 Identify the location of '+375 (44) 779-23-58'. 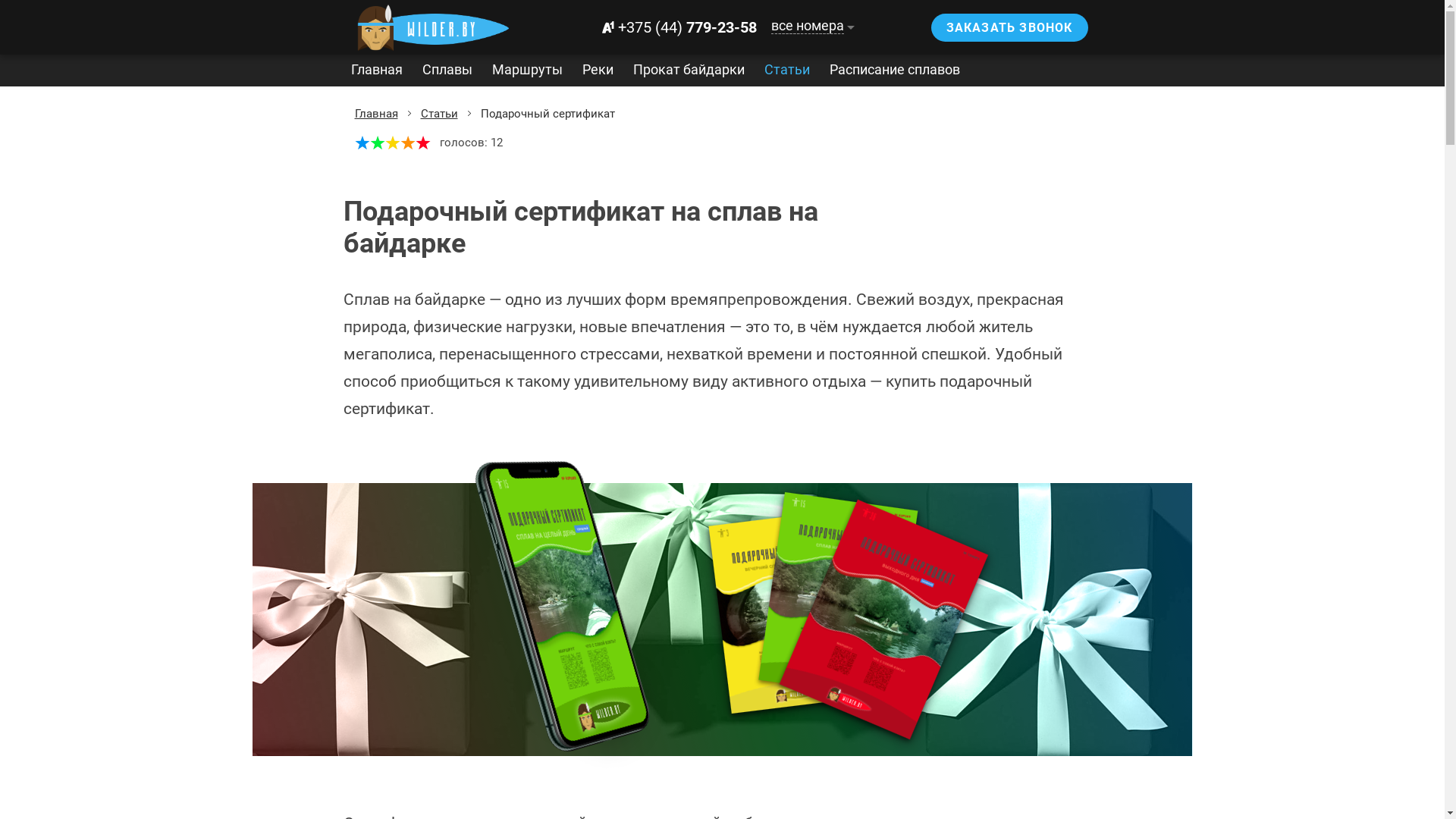
(675, 27).